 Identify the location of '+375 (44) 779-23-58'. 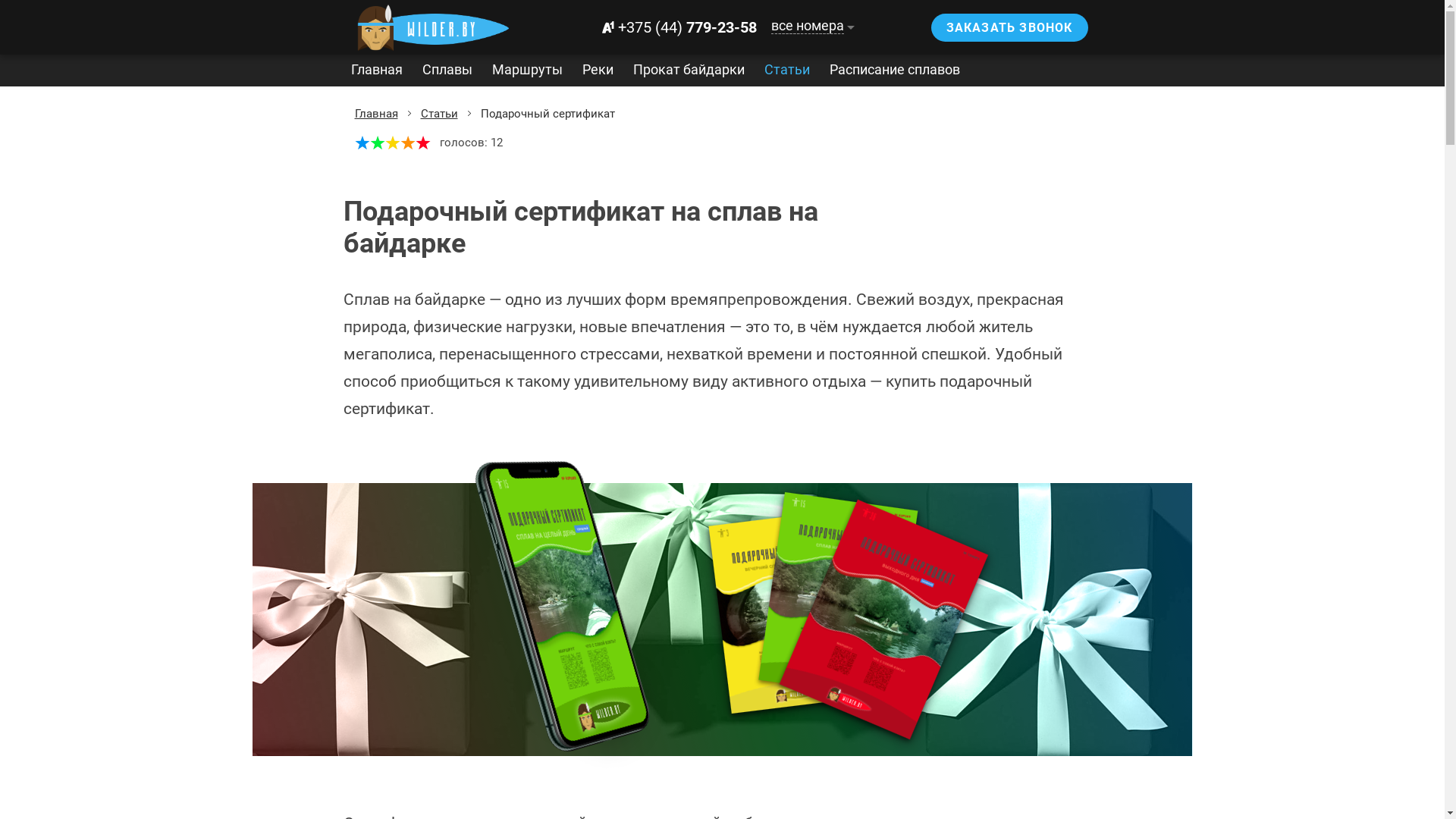
(675, 27).